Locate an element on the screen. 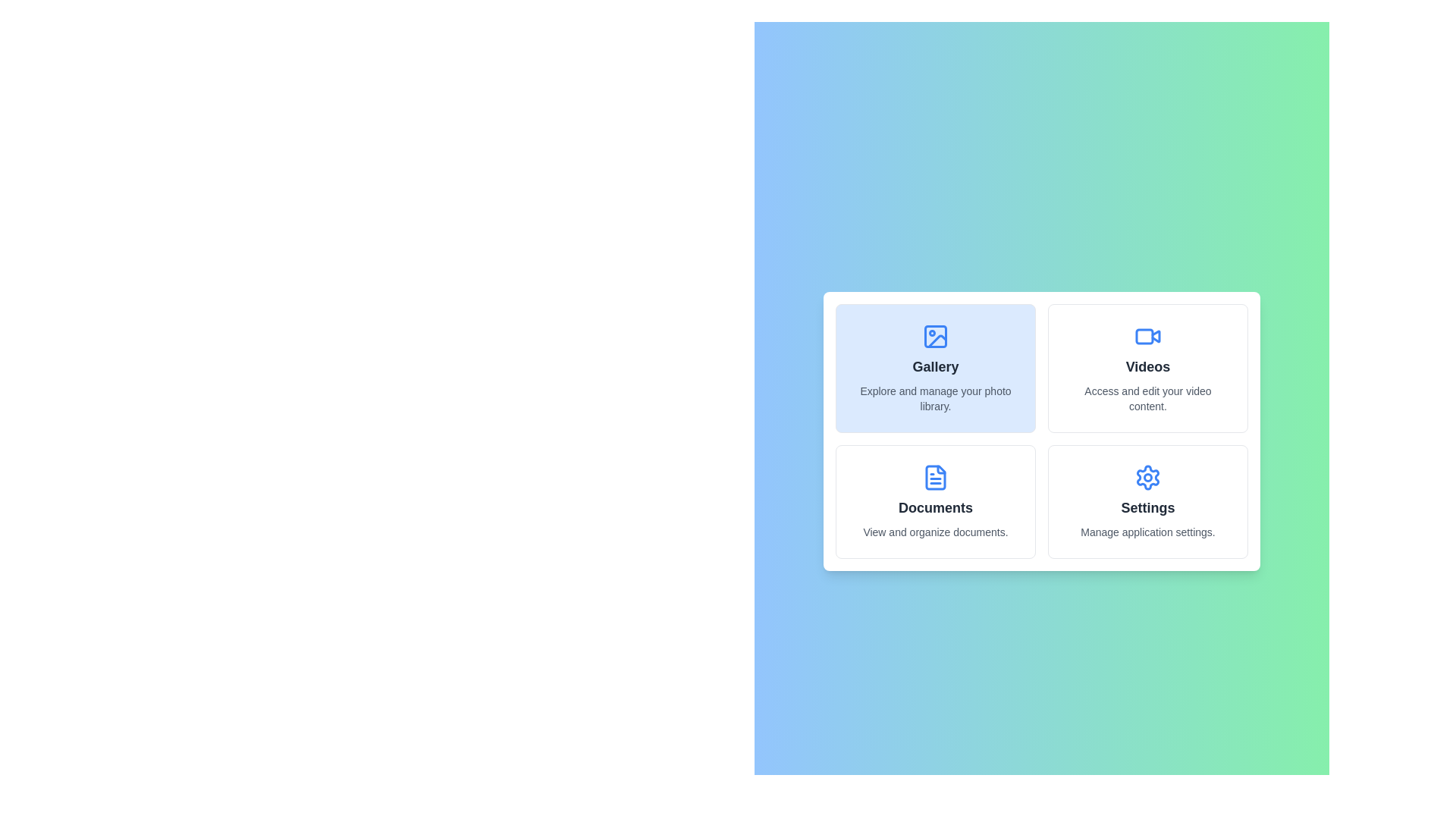 This screenshot has height=819, width=1456. the icon and label for Videos is located at coordinates (1147, 369).